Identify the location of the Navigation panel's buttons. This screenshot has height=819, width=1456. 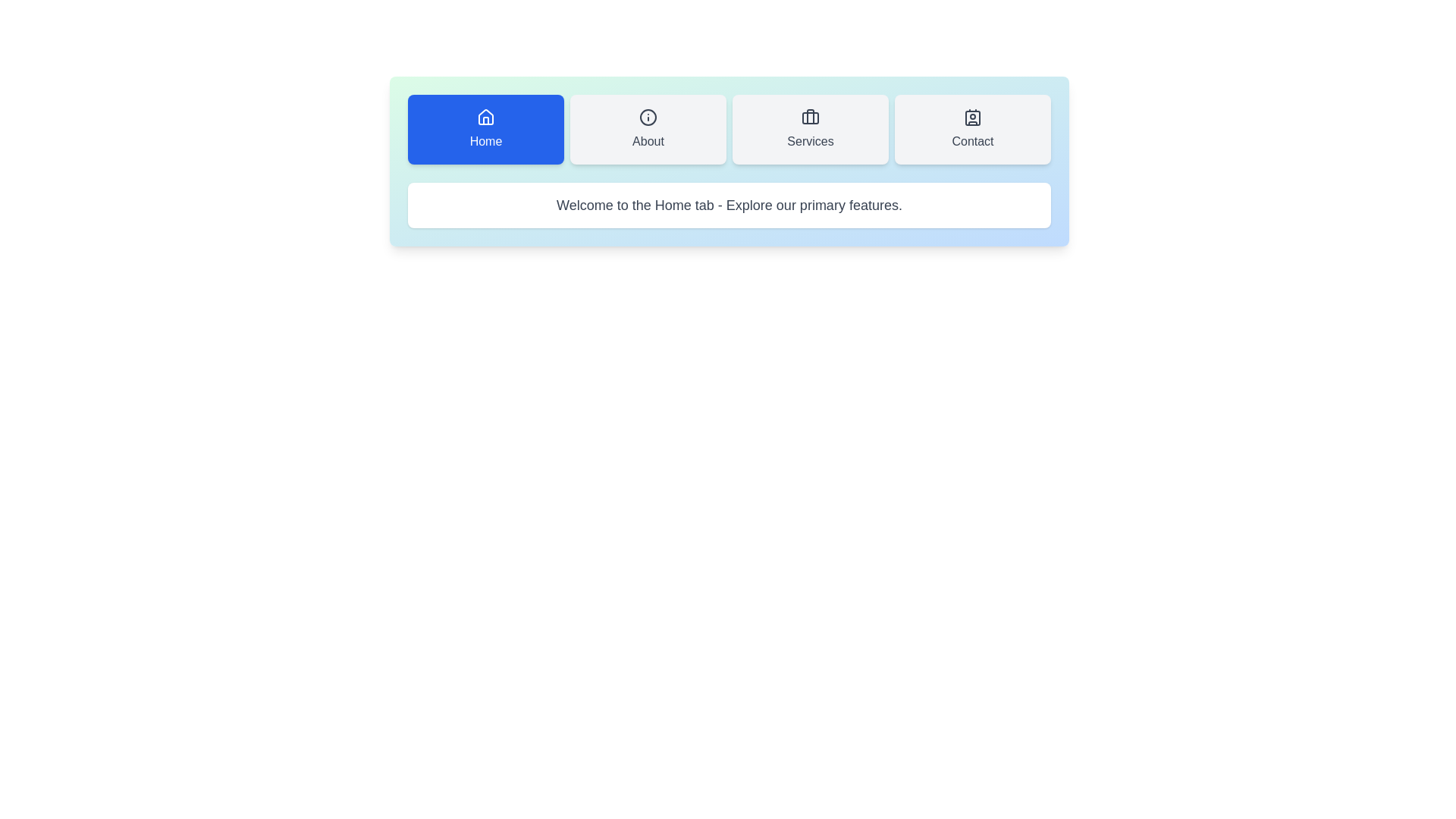
(729, 161).